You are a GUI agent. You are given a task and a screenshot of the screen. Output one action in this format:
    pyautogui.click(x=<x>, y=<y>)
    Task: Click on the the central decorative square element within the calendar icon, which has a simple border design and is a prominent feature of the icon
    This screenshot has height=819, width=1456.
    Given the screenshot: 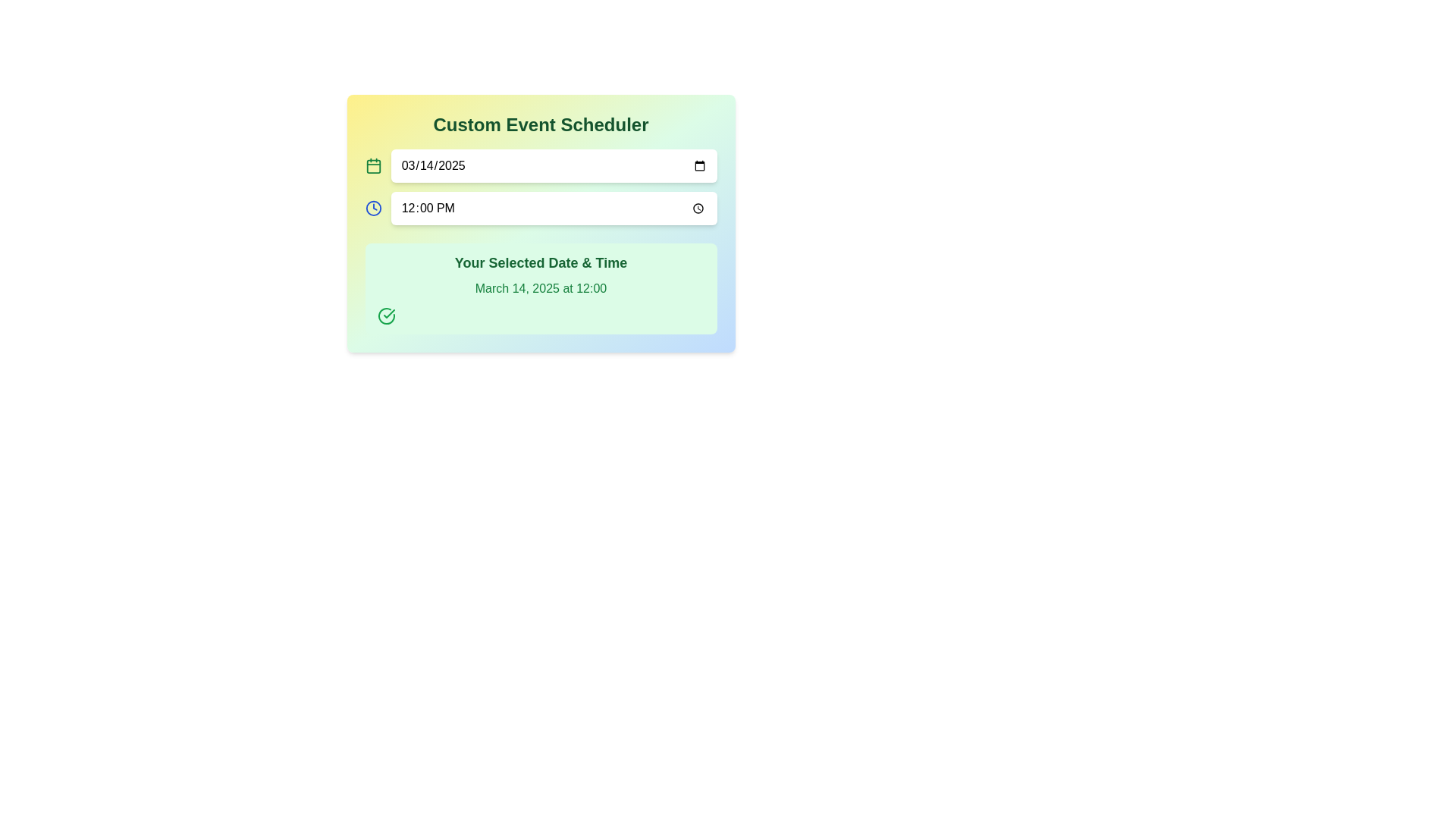 What is the action you would take?
    pyautogui.click(x=373, y=166)
    